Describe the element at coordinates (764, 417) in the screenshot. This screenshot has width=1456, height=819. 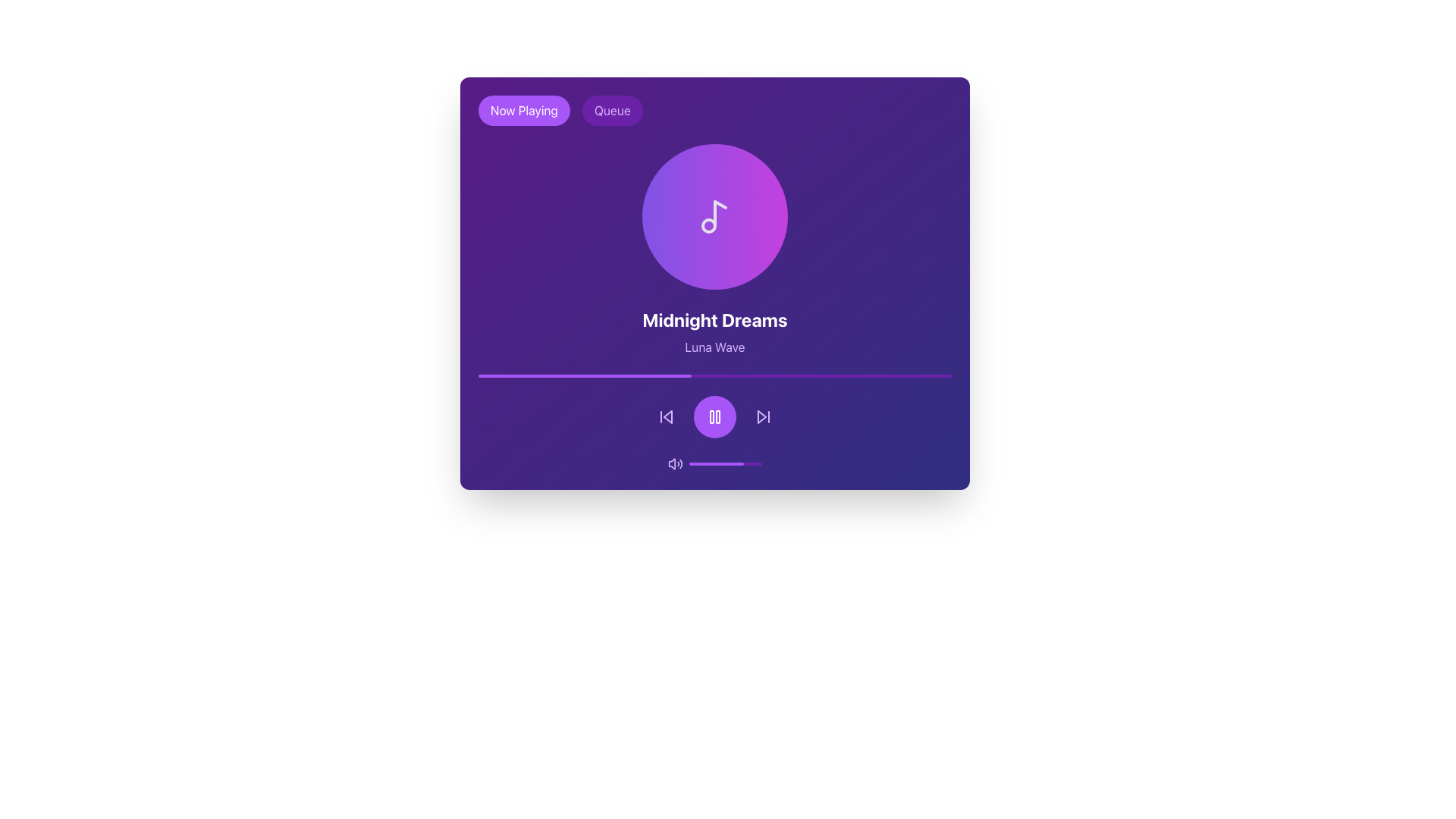
I see `the skip button located at the bottom-right corner of the media control panel to skip forward to the next track or chapter` at that location.